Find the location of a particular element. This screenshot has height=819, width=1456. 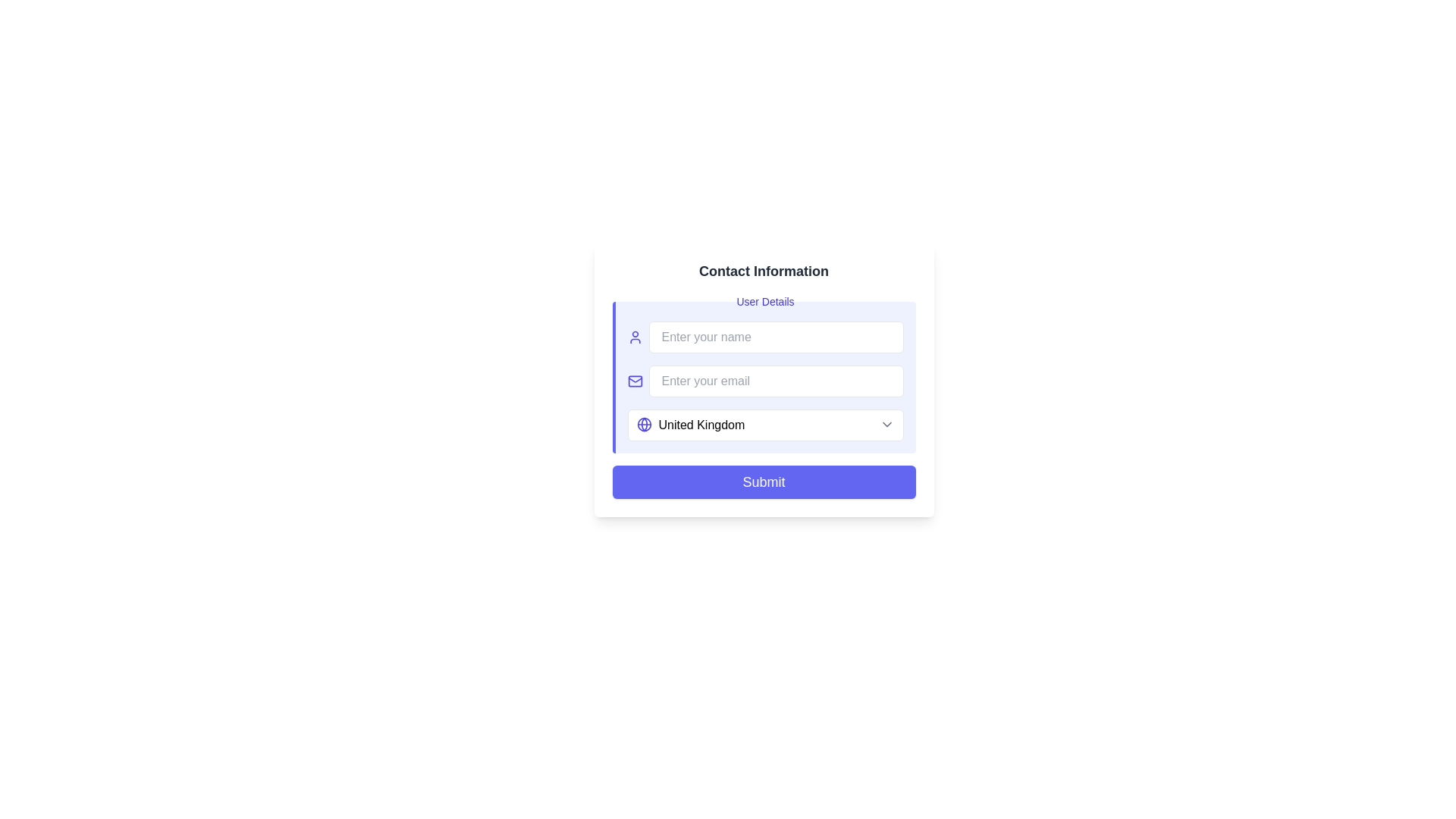

the envelope icon located to the left of the 'Enter your email' input field in the contact information form is located at coordinates (635, 380).